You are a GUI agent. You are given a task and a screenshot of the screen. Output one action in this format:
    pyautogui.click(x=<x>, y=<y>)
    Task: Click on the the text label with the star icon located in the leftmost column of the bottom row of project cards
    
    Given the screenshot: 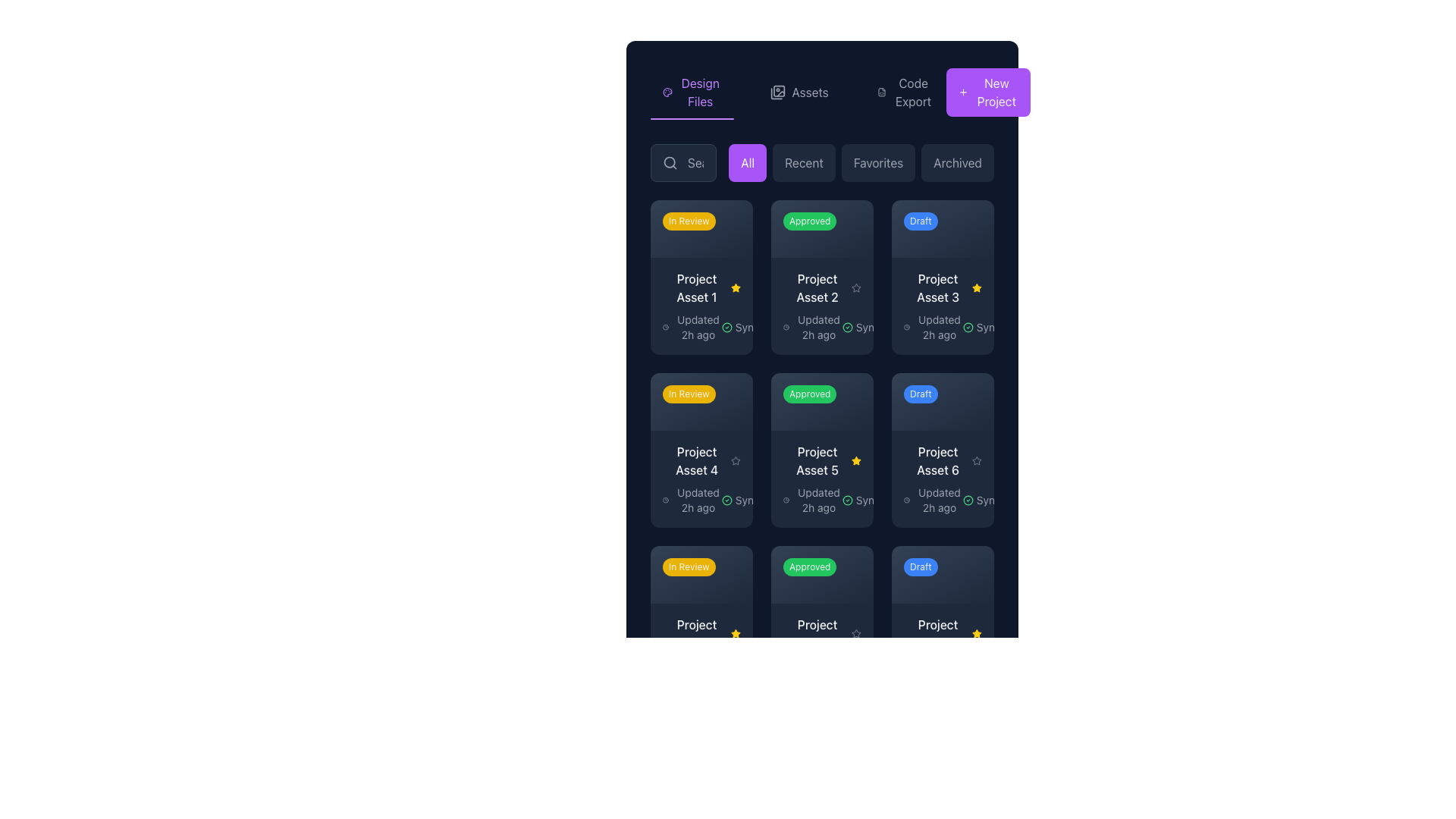 What is the action you would take?
    pyautogui.click(x=701, y=633)
    